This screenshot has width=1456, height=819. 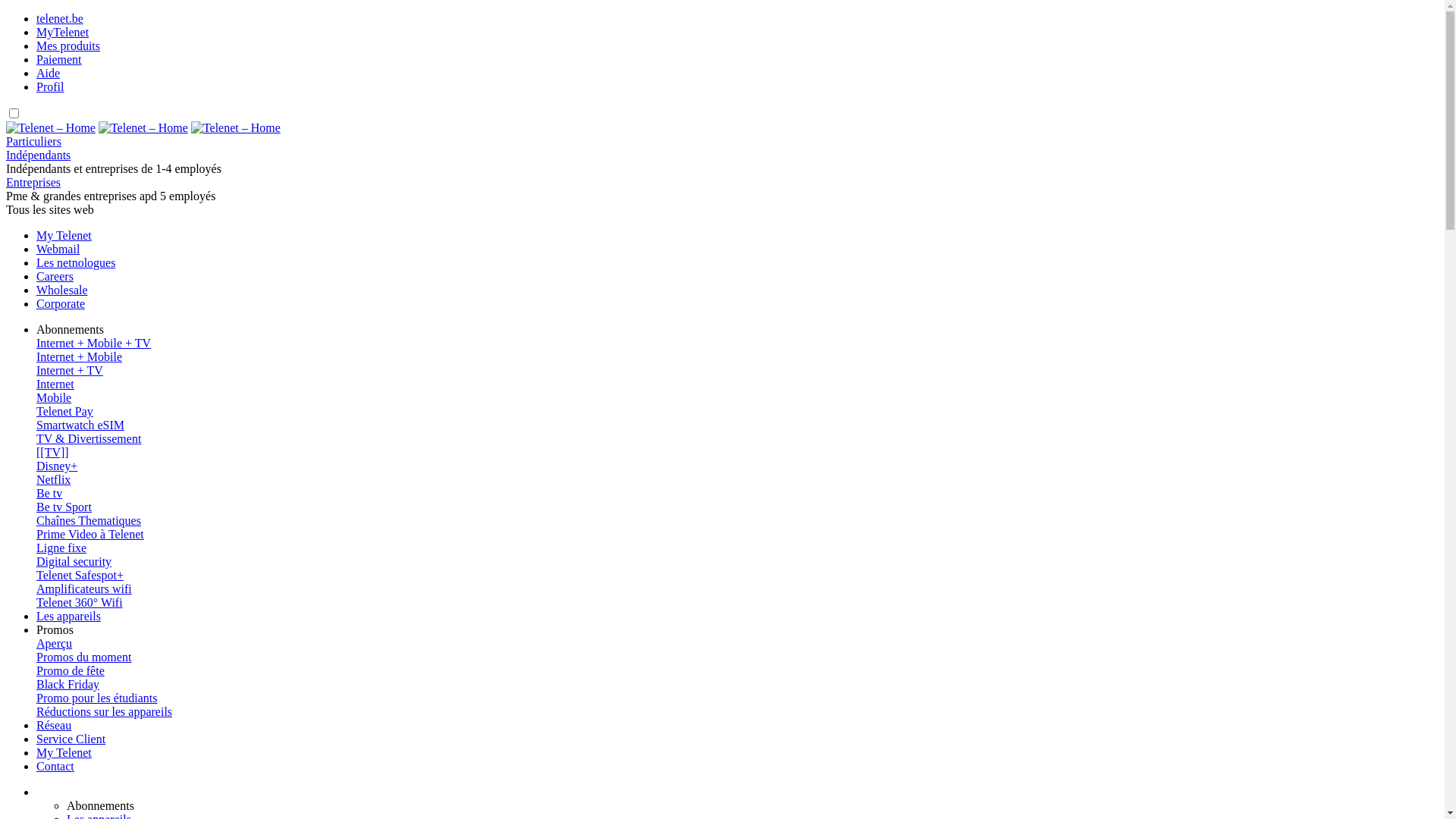 What do you see at coordinates (53, 479) in the screenshot?
I see `'Netflix'` at bounding box center [53, 479].